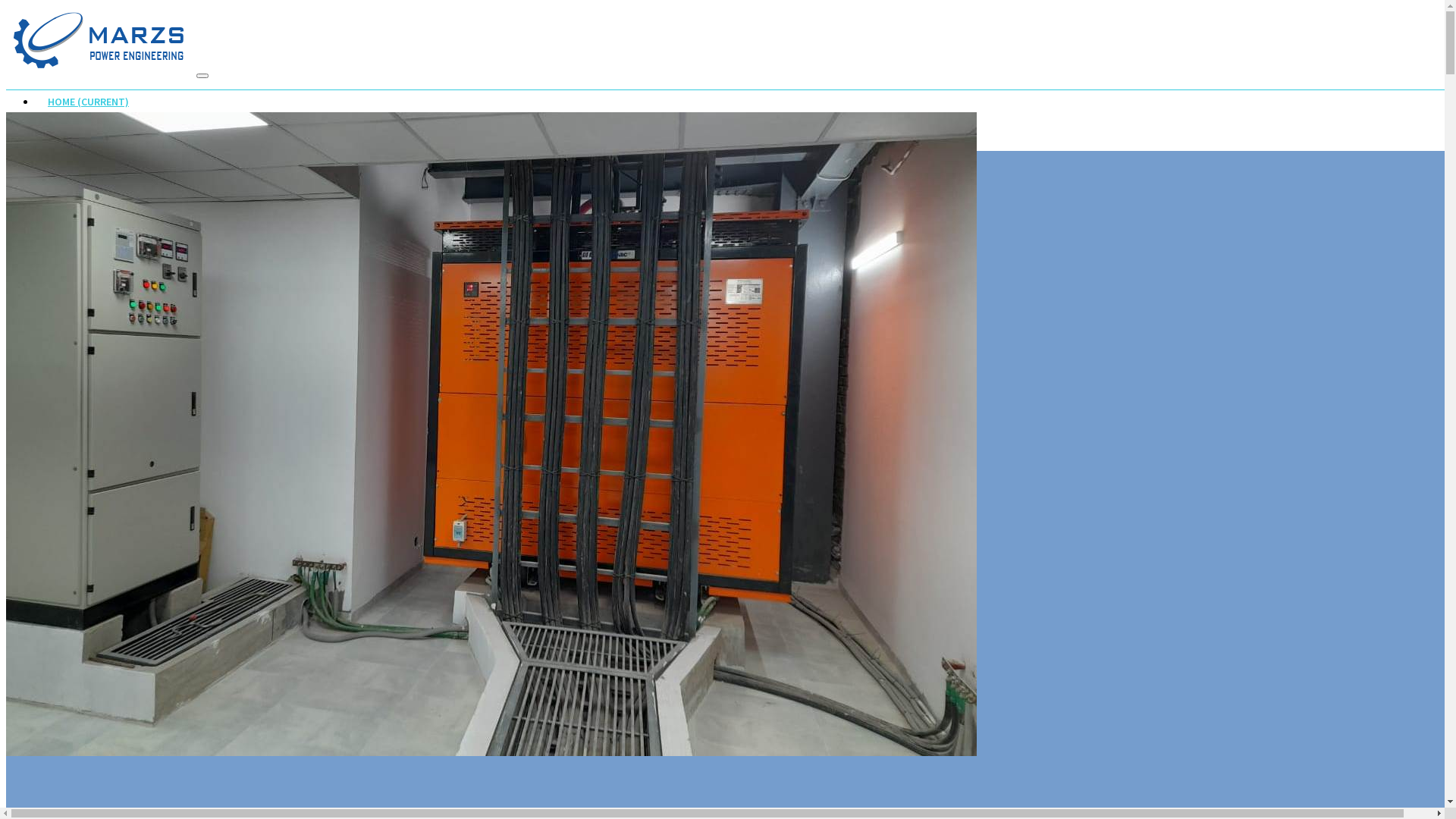 This screenshot has height=819, width=1456. What do you see at coordinates (71, 116) in the screenshot?
I see `'ABOUT US'` at bounding box center [71, 116].